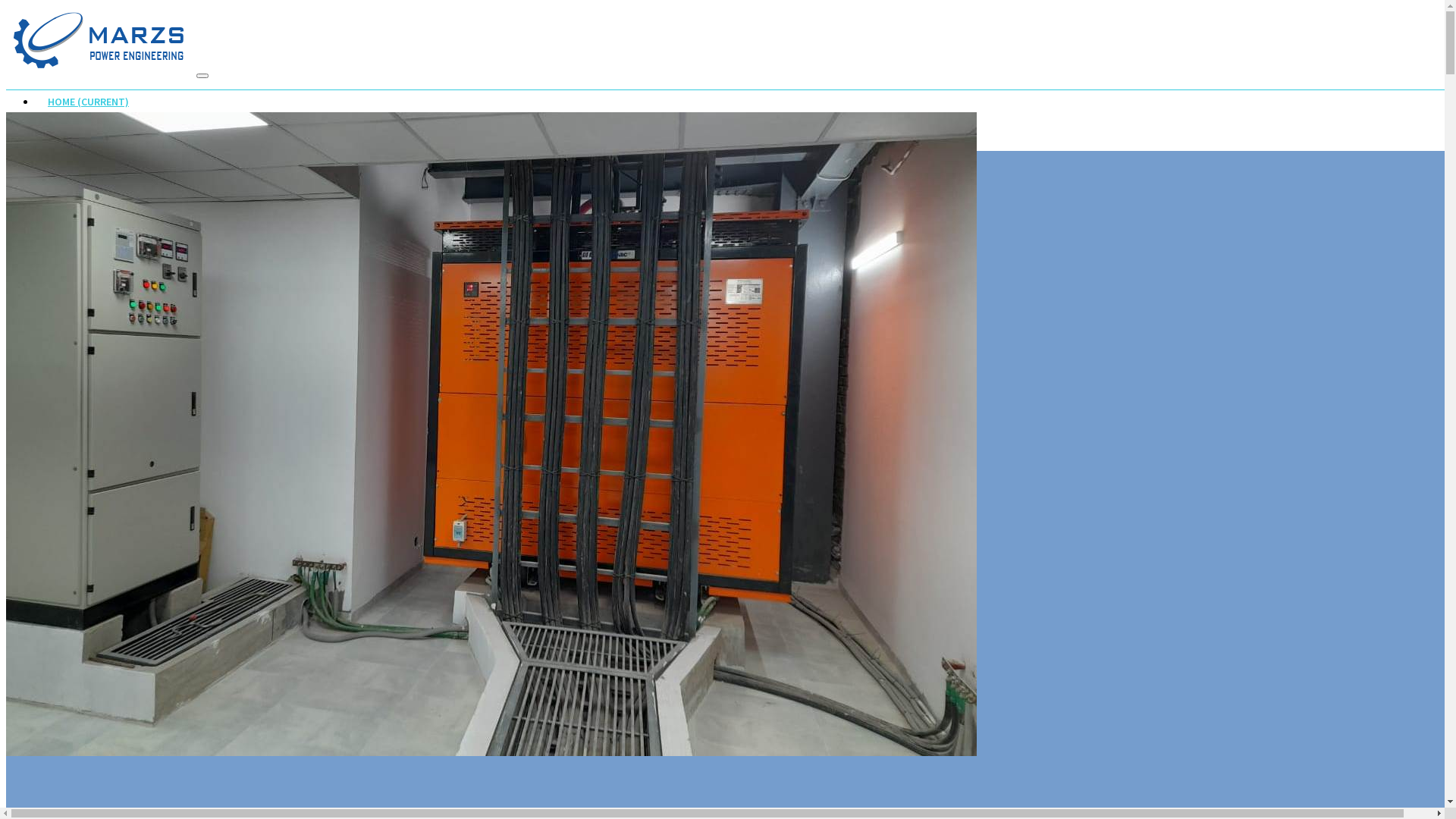 This screenshot has height=819, width=1456. What do you see at coordinates (71, 116) in the screenshot?
I see `'ABOUT US'` at bounding box center [71, 116].